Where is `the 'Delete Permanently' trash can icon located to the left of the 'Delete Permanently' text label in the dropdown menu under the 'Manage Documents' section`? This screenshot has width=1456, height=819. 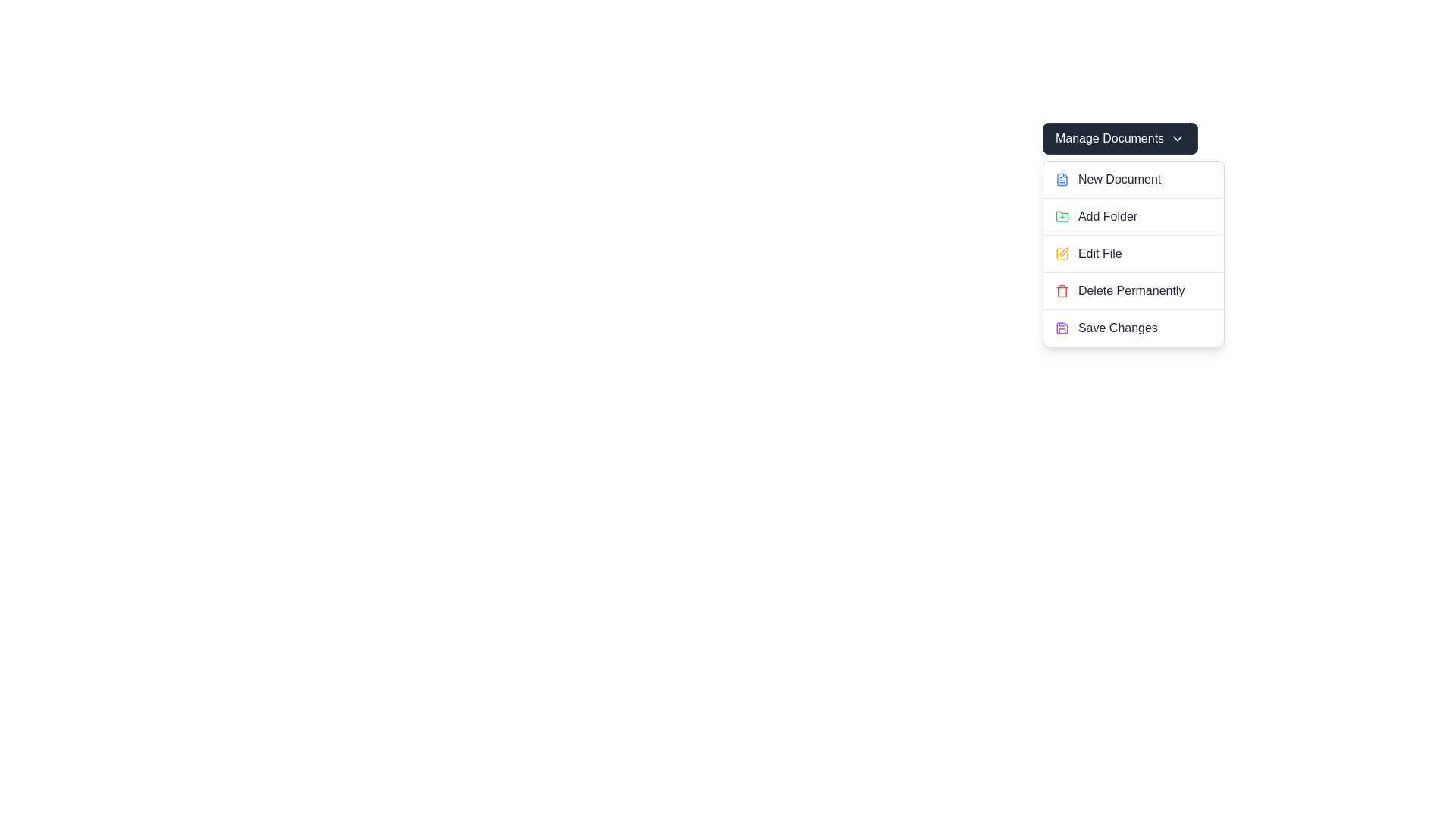
the 'Delete Permanently' trash can icon located to the left of the 'Delete Permanently' text label in the dropdown menu under the 'Manage Documents' section is located at coordinates (1061, 291).